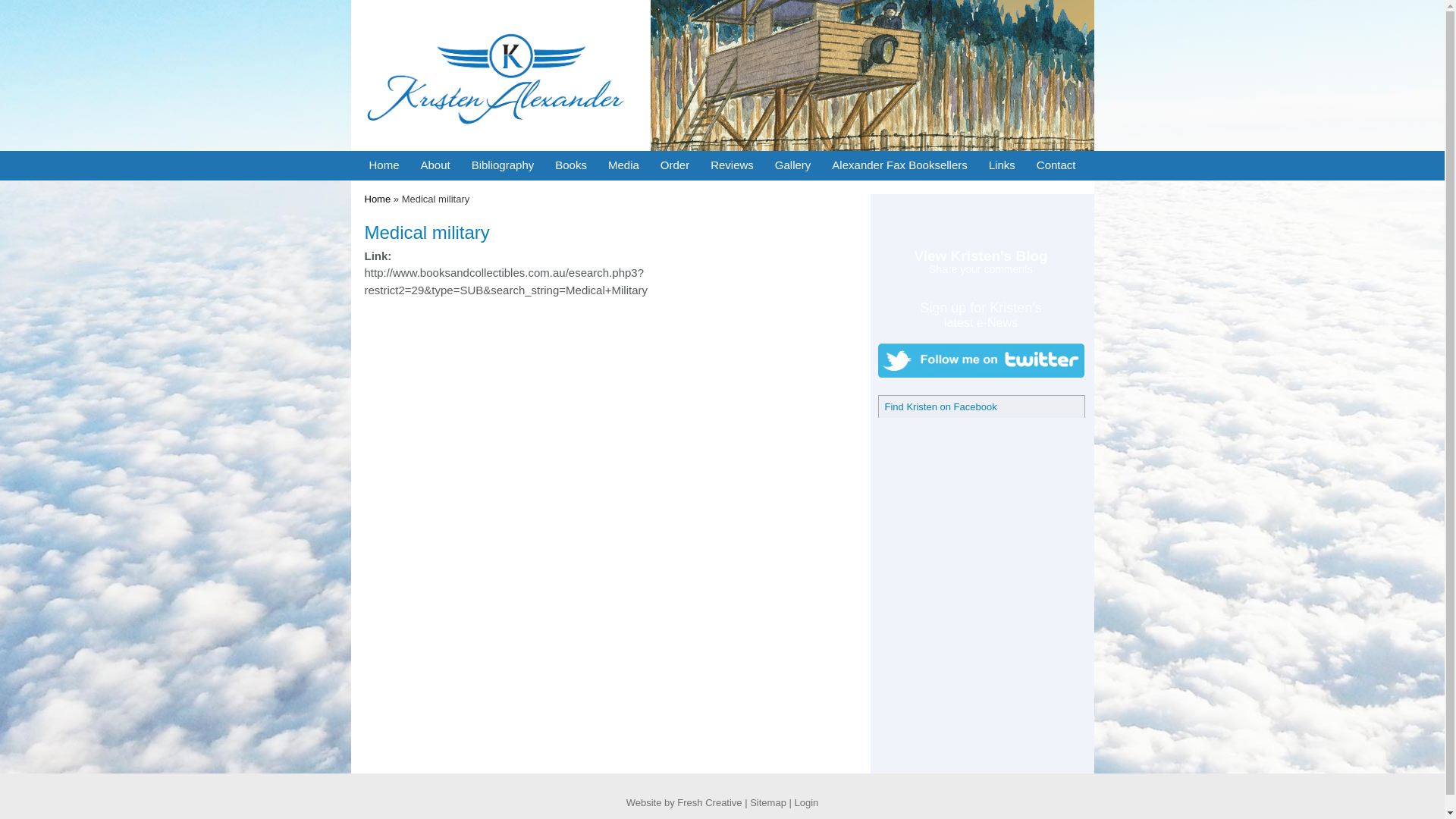 The height and width of the screenshot is (819, 1456). I want to click on 'Bibliography', so click(503, 165).